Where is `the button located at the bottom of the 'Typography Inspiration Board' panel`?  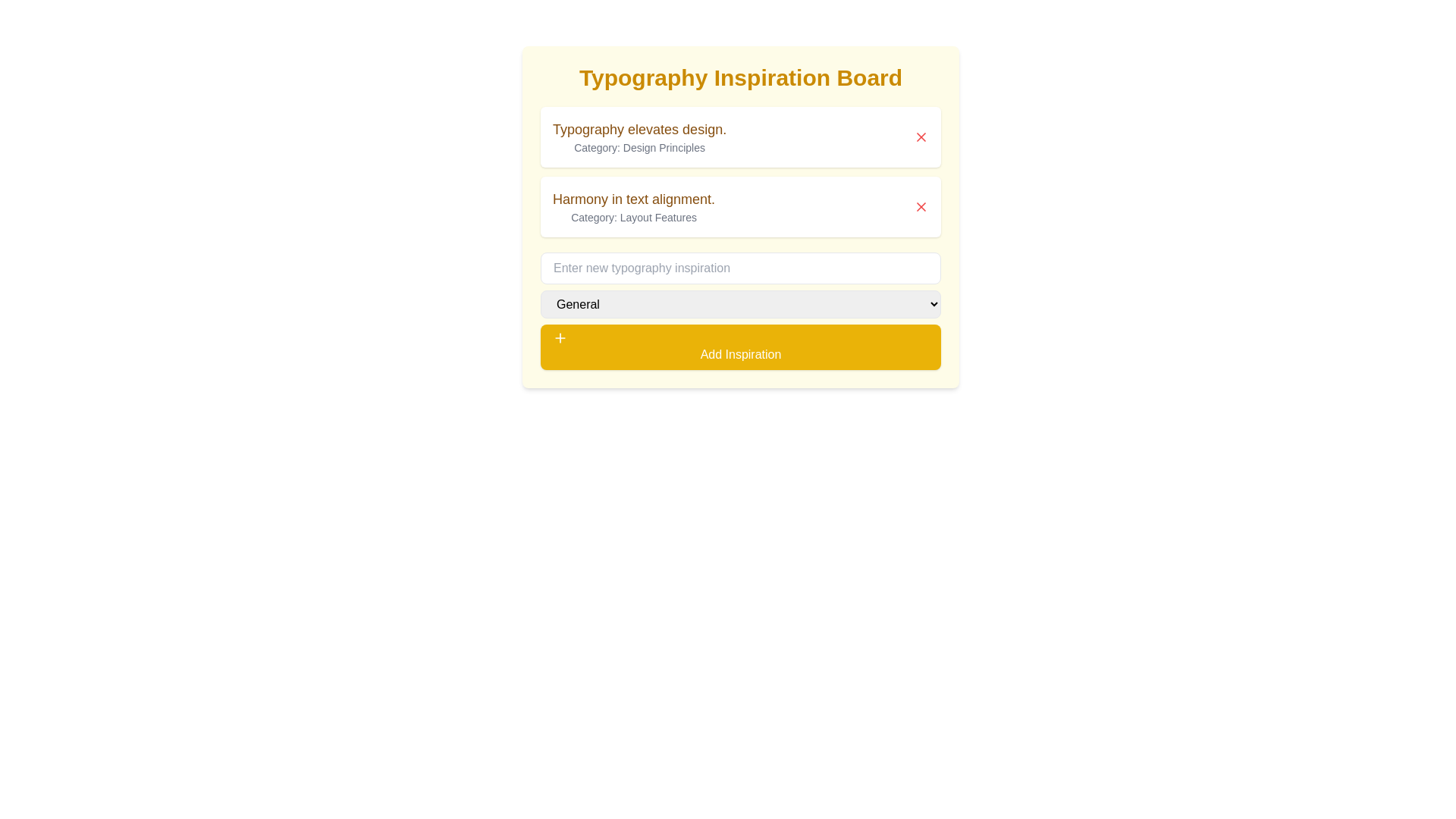
the button located at the bottom of the 'Typography Inspiration Board' panel is located at coordinates (741, 347).